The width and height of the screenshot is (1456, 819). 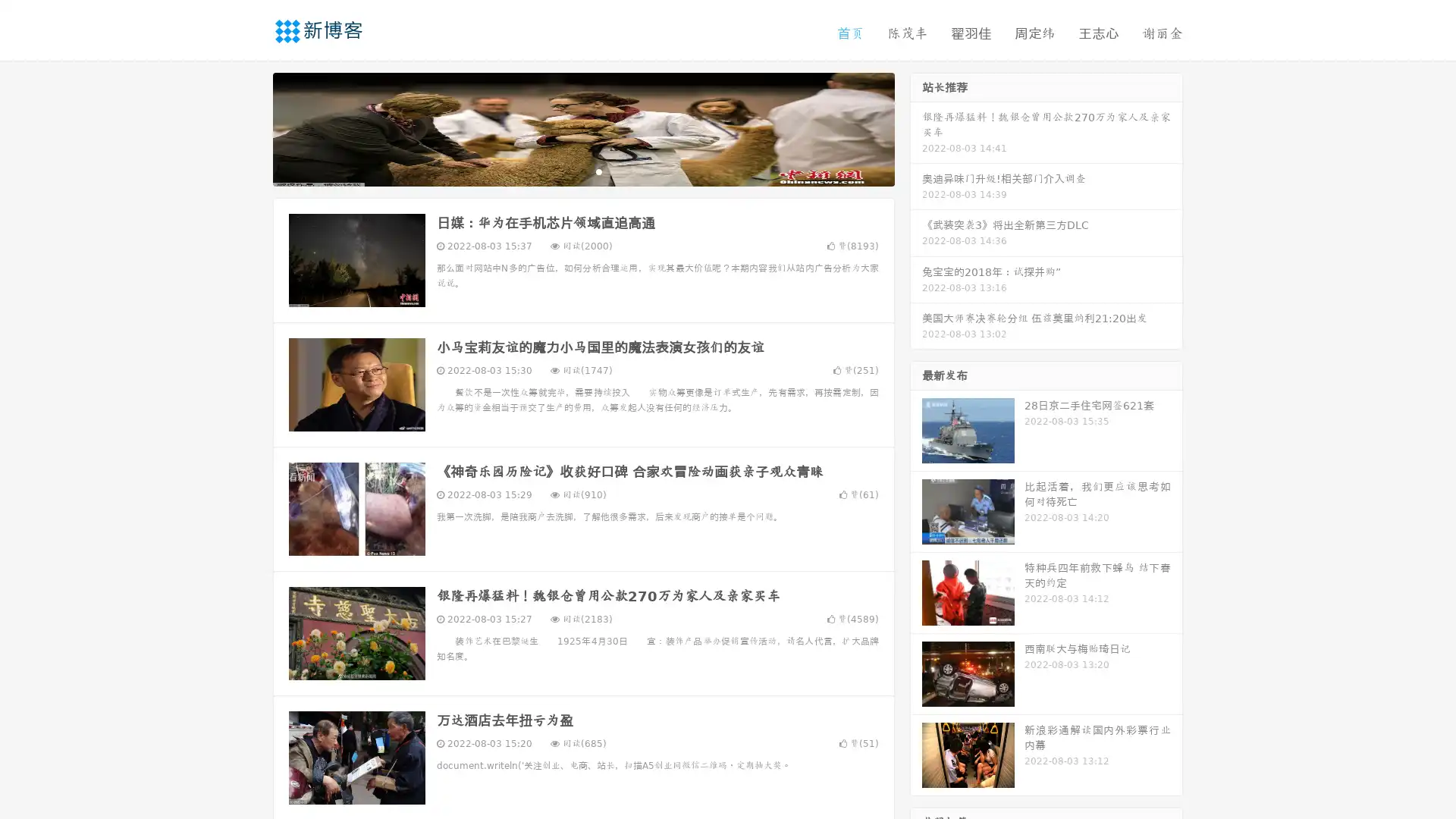 What do you see at coordinates (598, 171) in the screenshot?
I see `Go to slide 3` at bounding box center [598, 171].